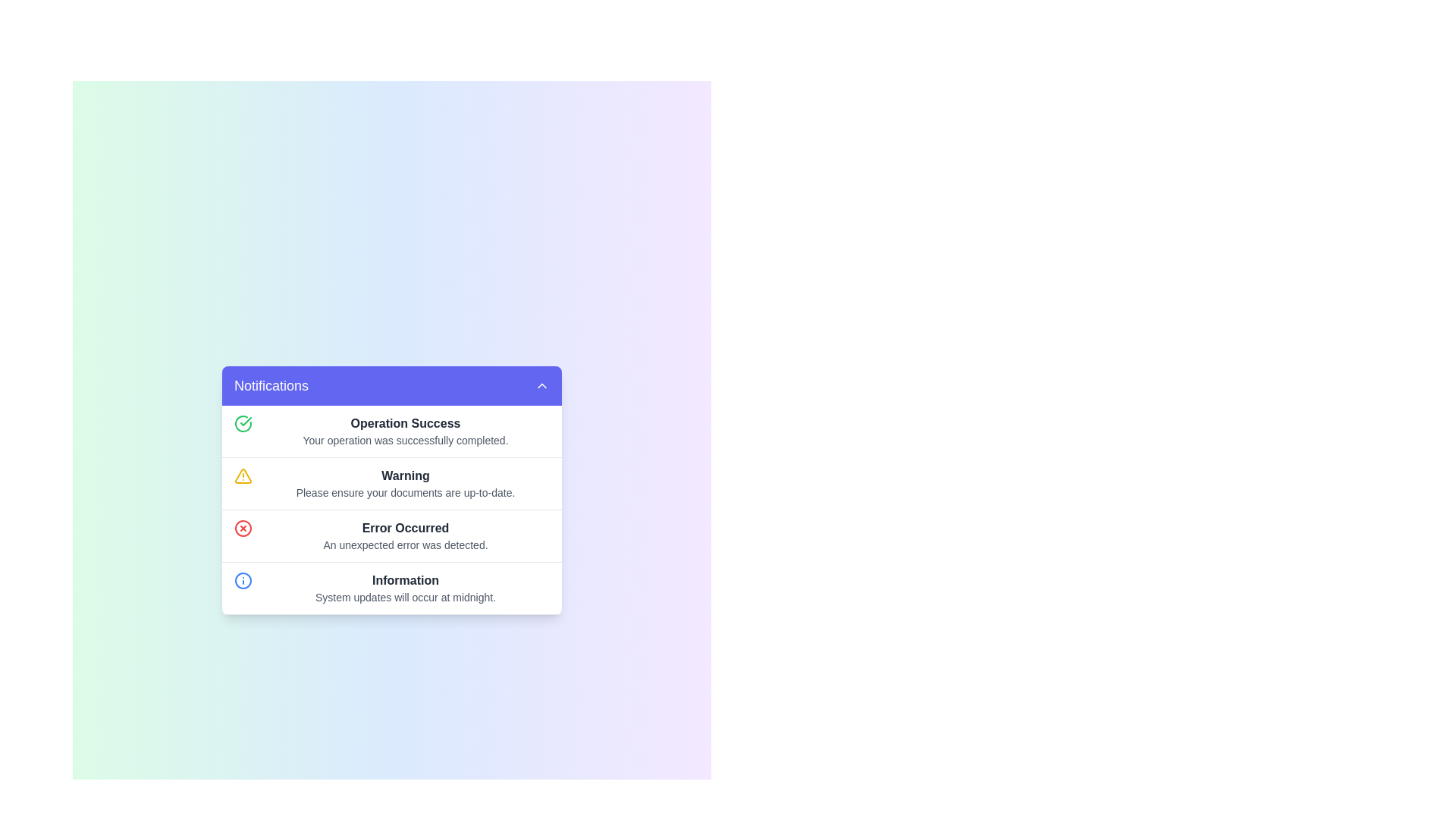 The height and width of the screenshot is (819, 1456). Describe the element at coordinates (243, 424) in the screenshot. I see `the decorative icon indicating a successful operation, which is positioned to the left of the text 'Operation Success' in the first row of the notification list` at that location.